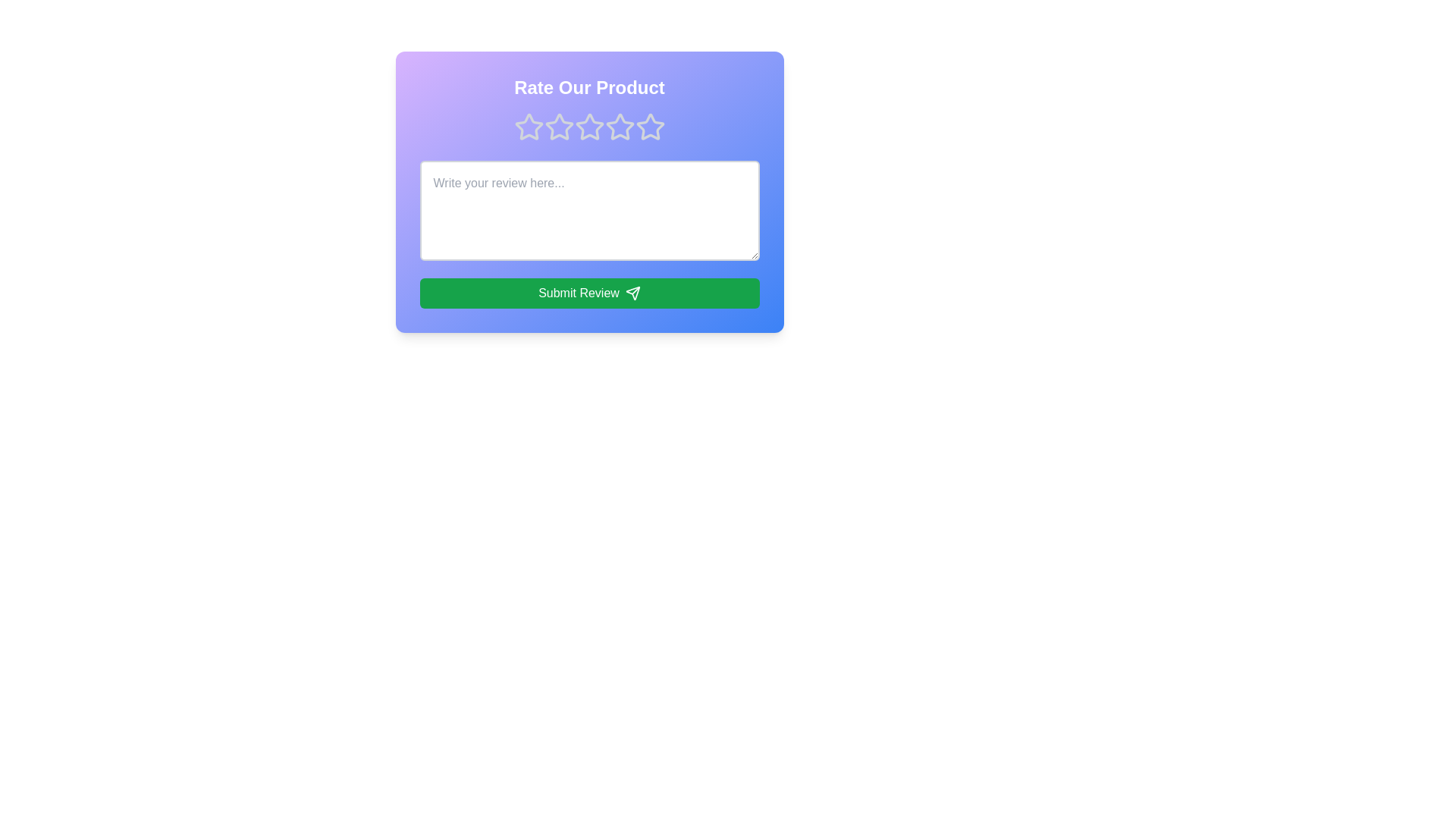 The image size is (1456, 819). I want to click on the fourth star icon, so click(588, 127).